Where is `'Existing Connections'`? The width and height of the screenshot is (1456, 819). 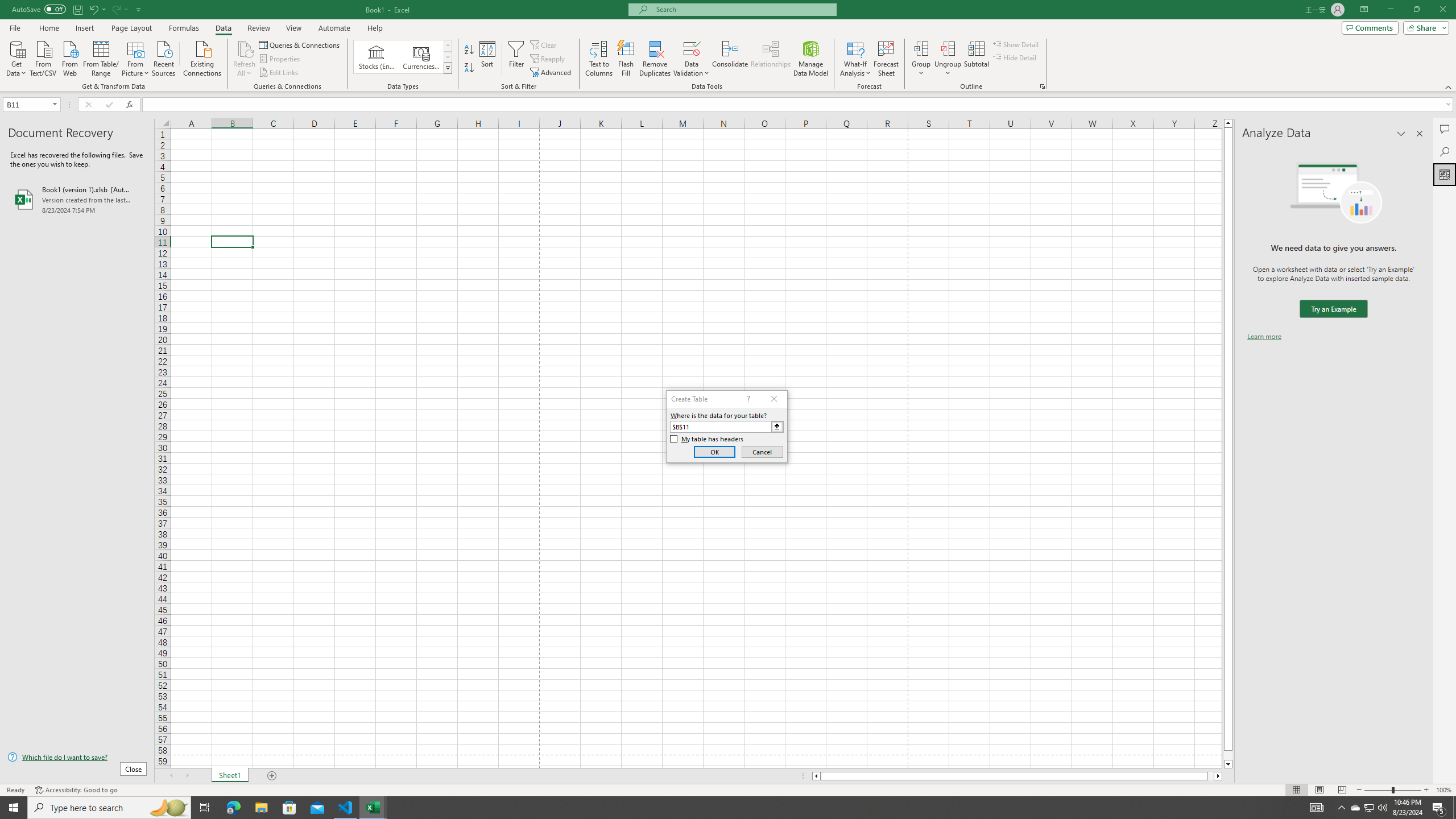
'Existing Connections' is located at coordinates (201, 57).